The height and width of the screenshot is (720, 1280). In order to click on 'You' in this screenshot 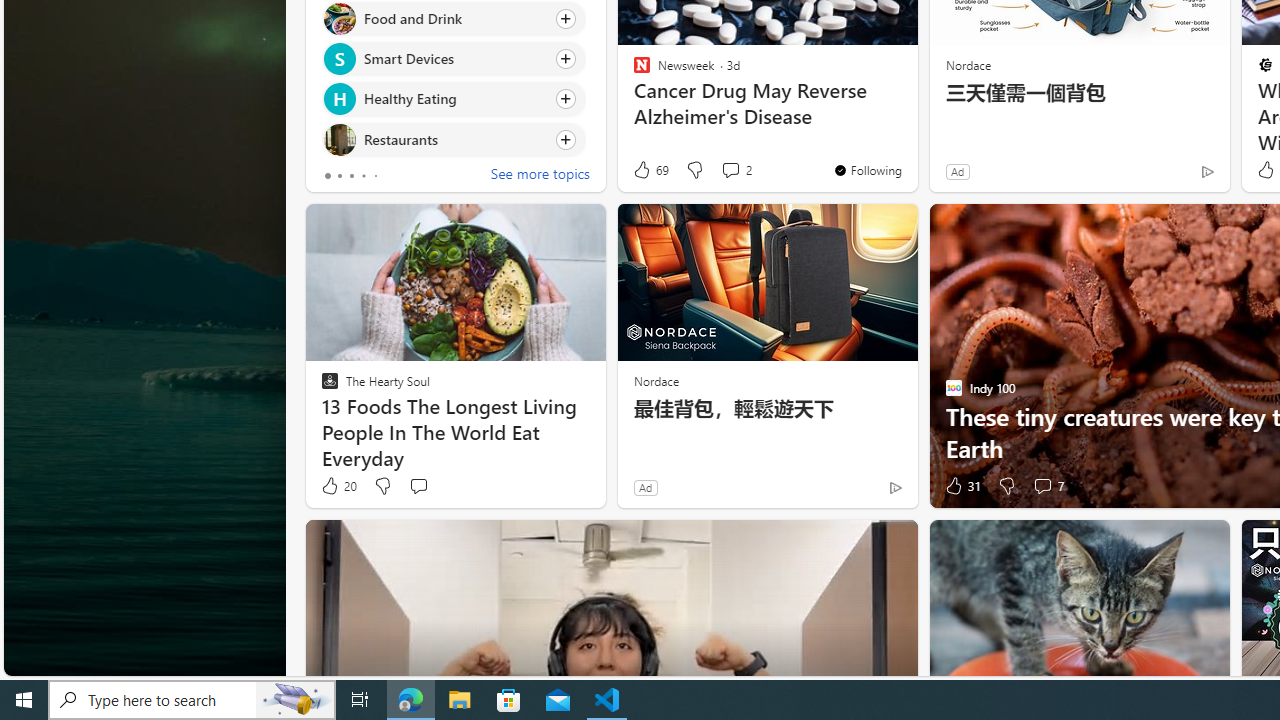, I will do `click(867, 168)`.